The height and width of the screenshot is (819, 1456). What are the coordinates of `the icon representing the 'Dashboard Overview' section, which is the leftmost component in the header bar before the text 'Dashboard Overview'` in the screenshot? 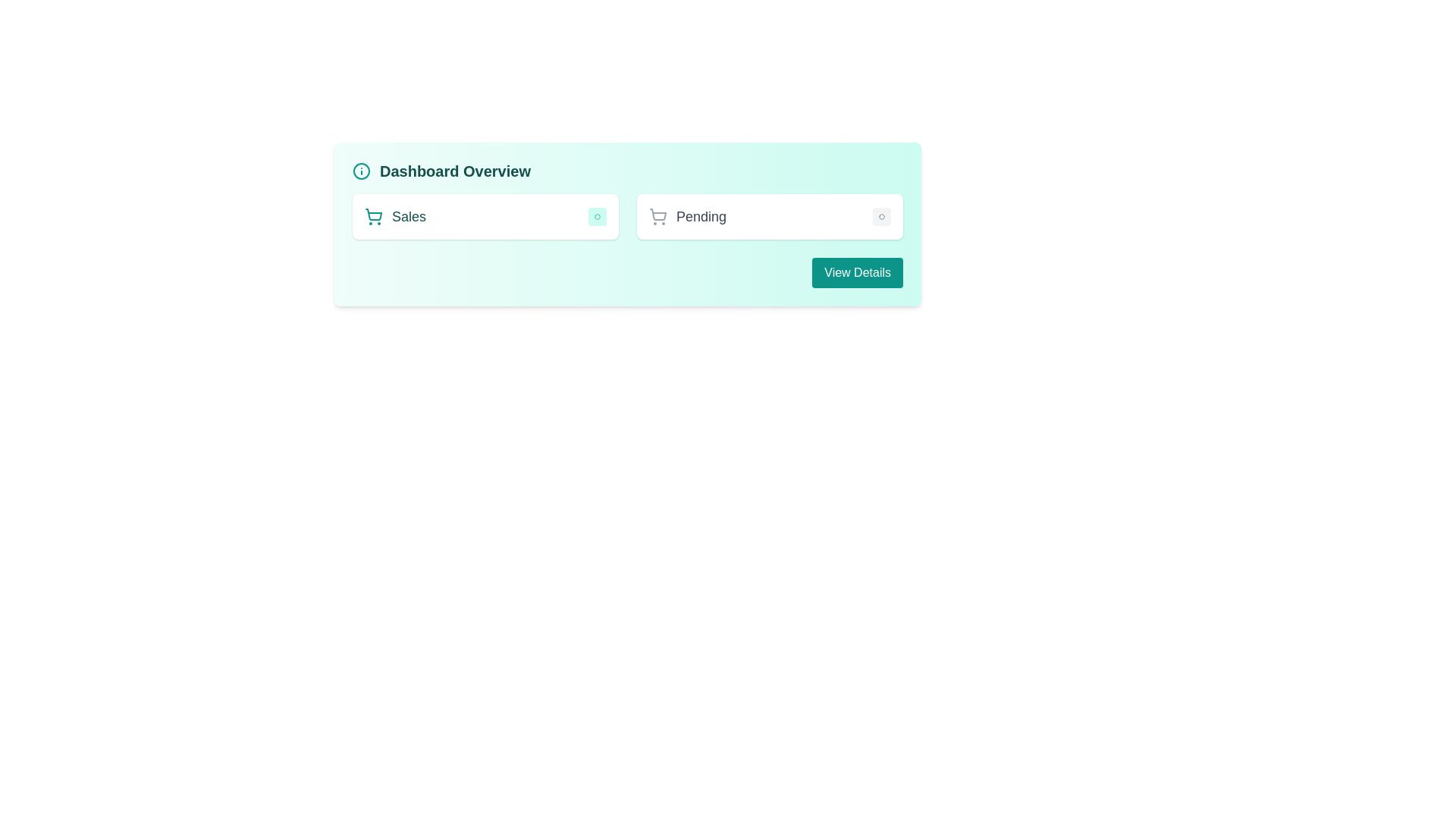 It's located at (360, 171).